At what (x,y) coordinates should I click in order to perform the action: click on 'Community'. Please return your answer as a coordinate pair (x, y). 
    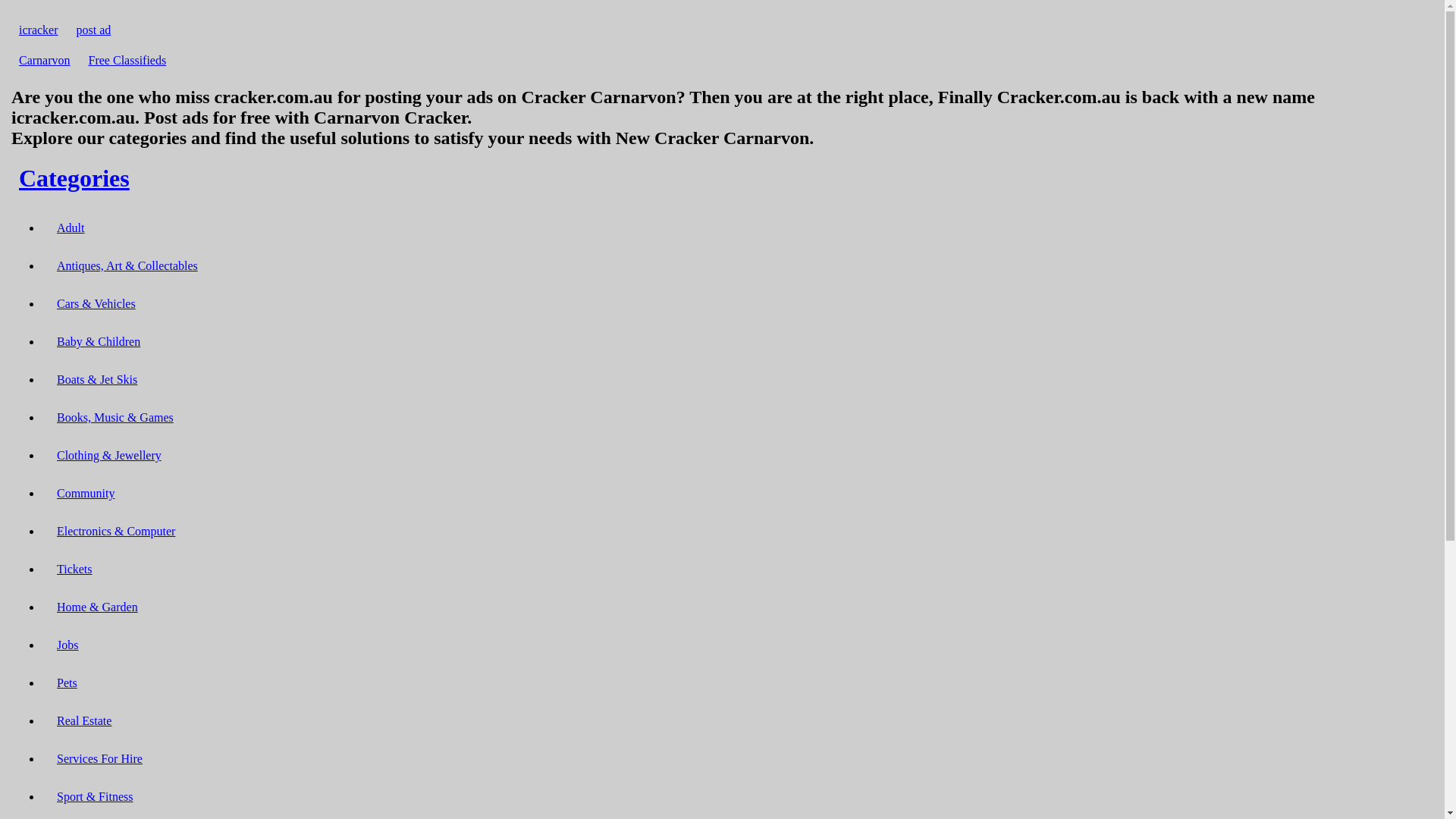
    Looking at the image, I should click on (85, 493).